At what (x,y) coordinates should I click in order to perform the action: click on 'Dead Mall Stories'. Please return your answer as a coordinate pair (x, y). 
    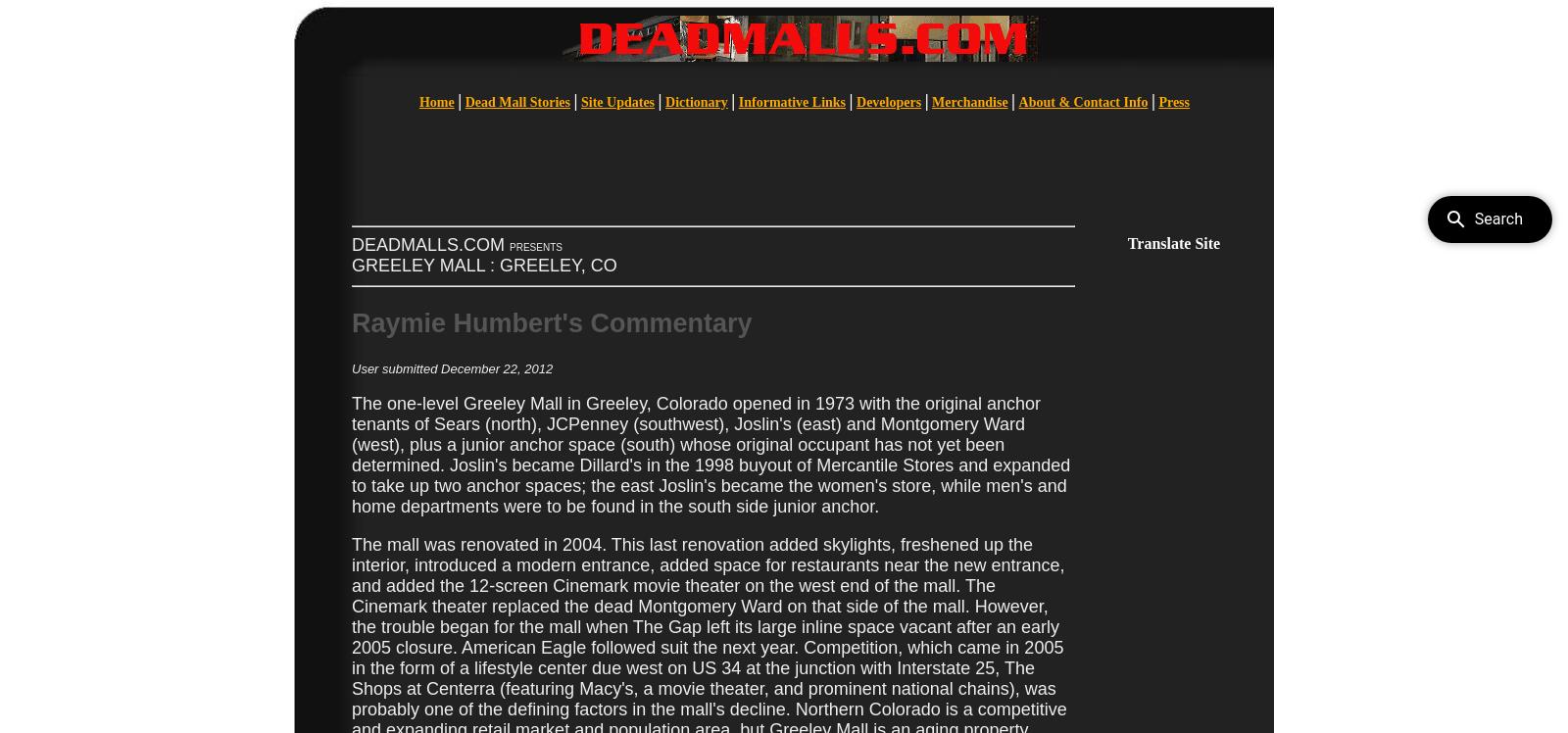
    Looking at the image, I should click on (516, 102).